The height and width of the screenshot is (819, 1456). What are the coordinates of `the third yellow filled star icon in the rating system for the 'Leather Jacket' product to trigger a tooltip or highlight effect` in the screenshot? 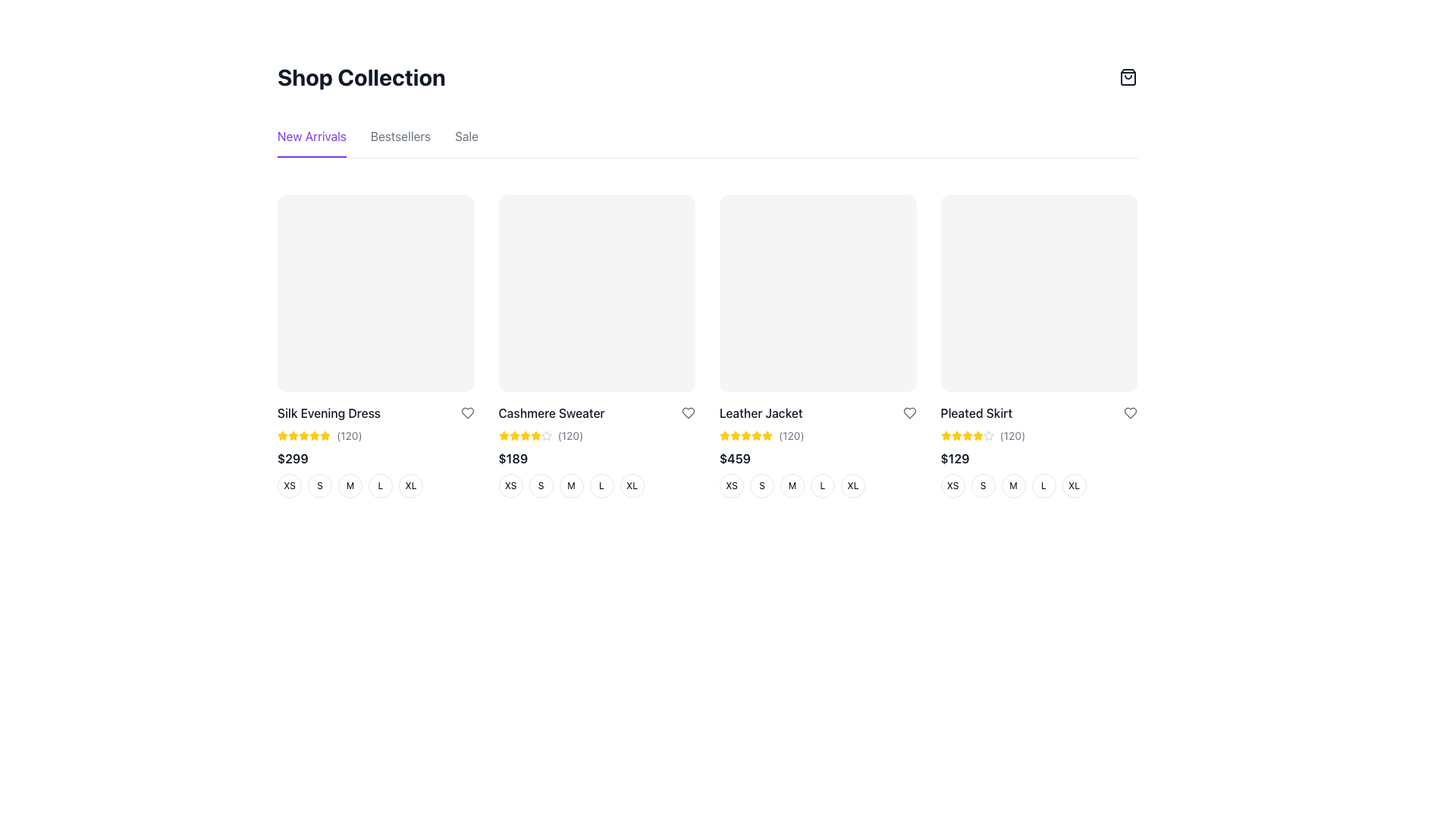 It's located at (735, 435).